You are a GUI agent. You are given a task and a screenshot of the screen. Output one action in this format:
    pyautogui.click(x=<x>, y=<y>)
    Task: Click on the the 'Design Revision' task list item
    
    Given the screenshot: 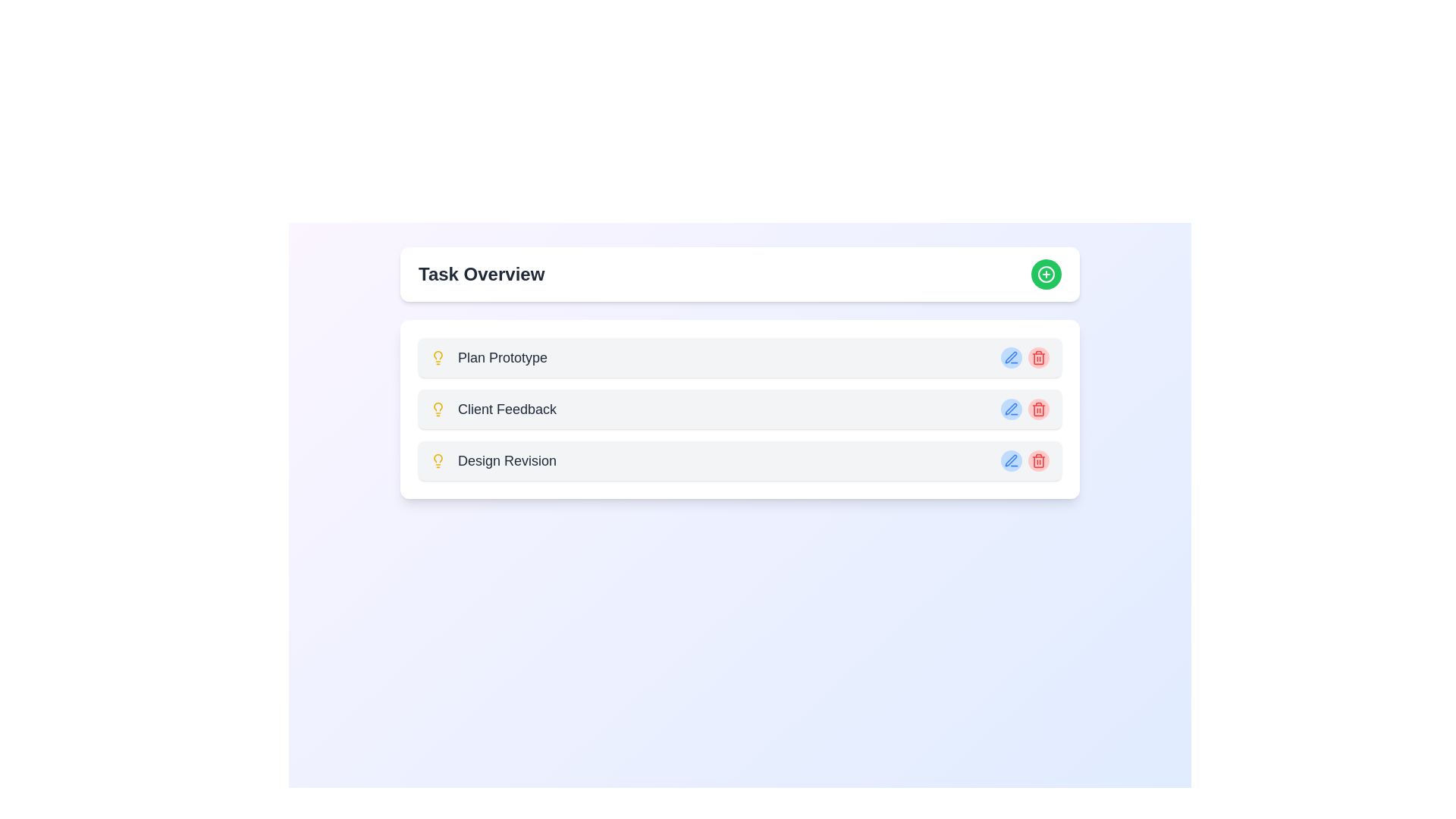 What is the action you would take?
    pyautogui.click(x=739, y=460)
    